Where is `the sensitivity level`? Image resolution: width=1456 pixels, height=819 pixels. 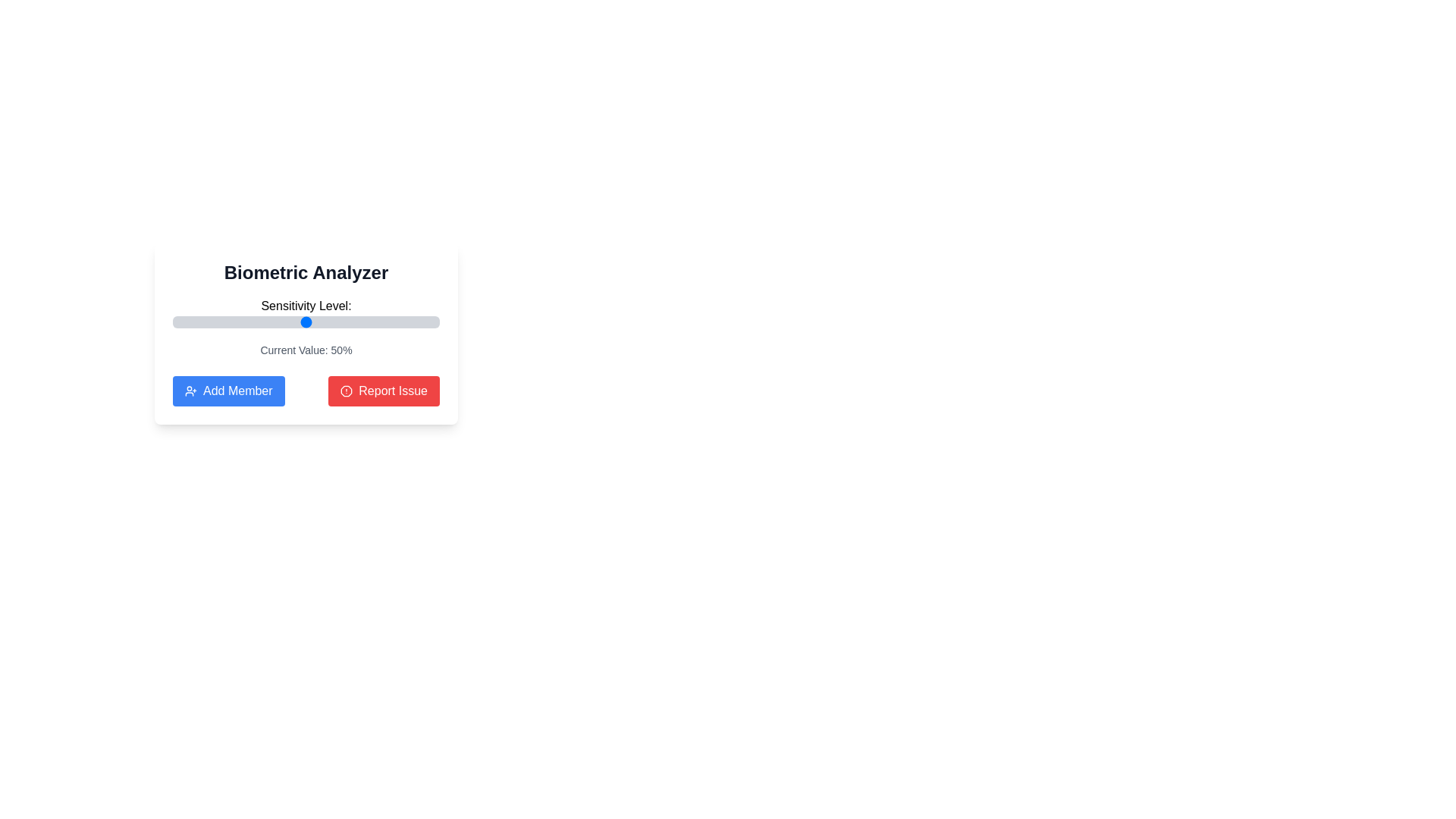 the sensitivity level is located at coordinates (268, 321).